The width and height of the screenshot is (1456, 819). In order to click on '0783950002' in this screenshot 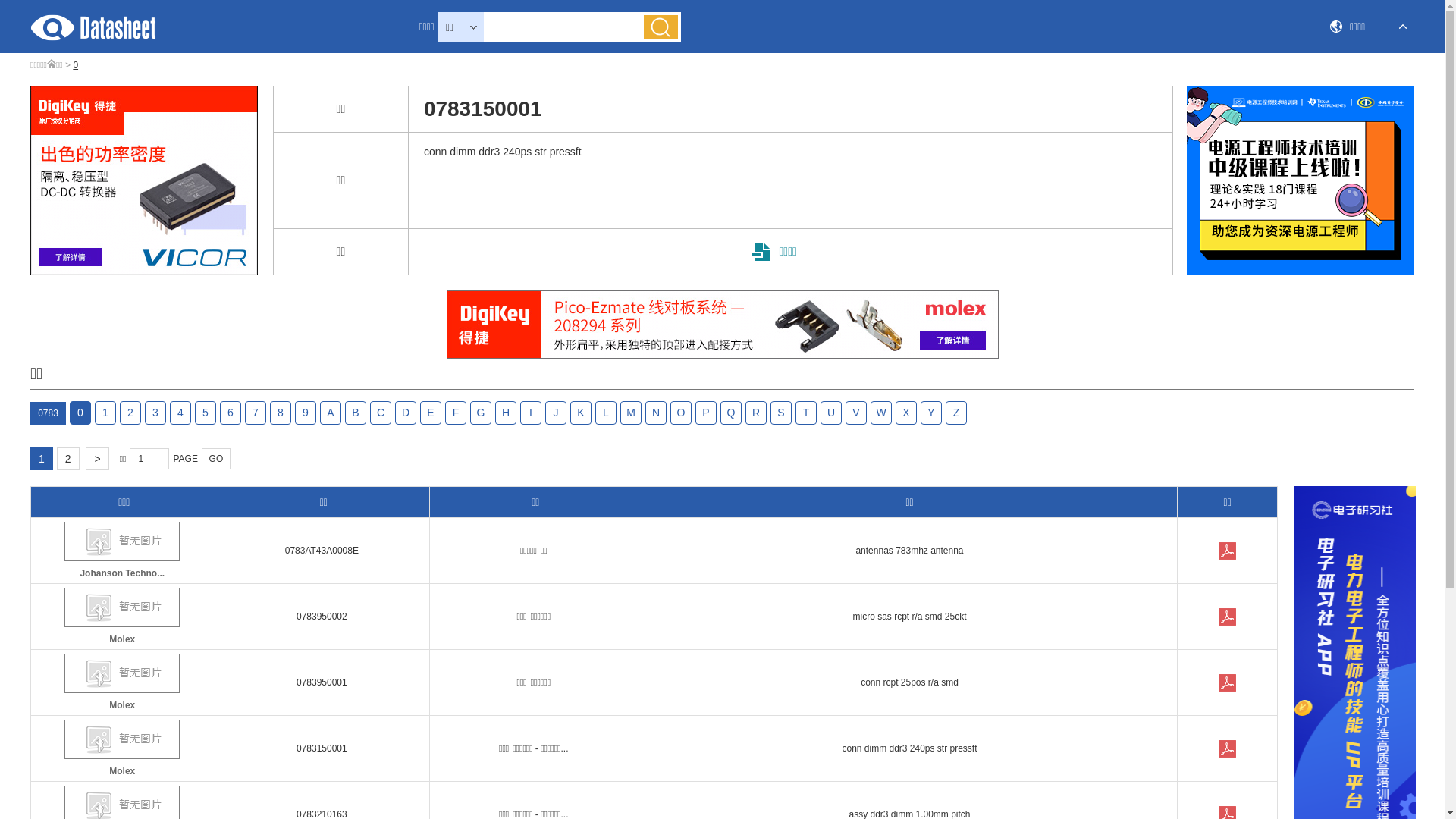, I will do `click(296, 617)`.